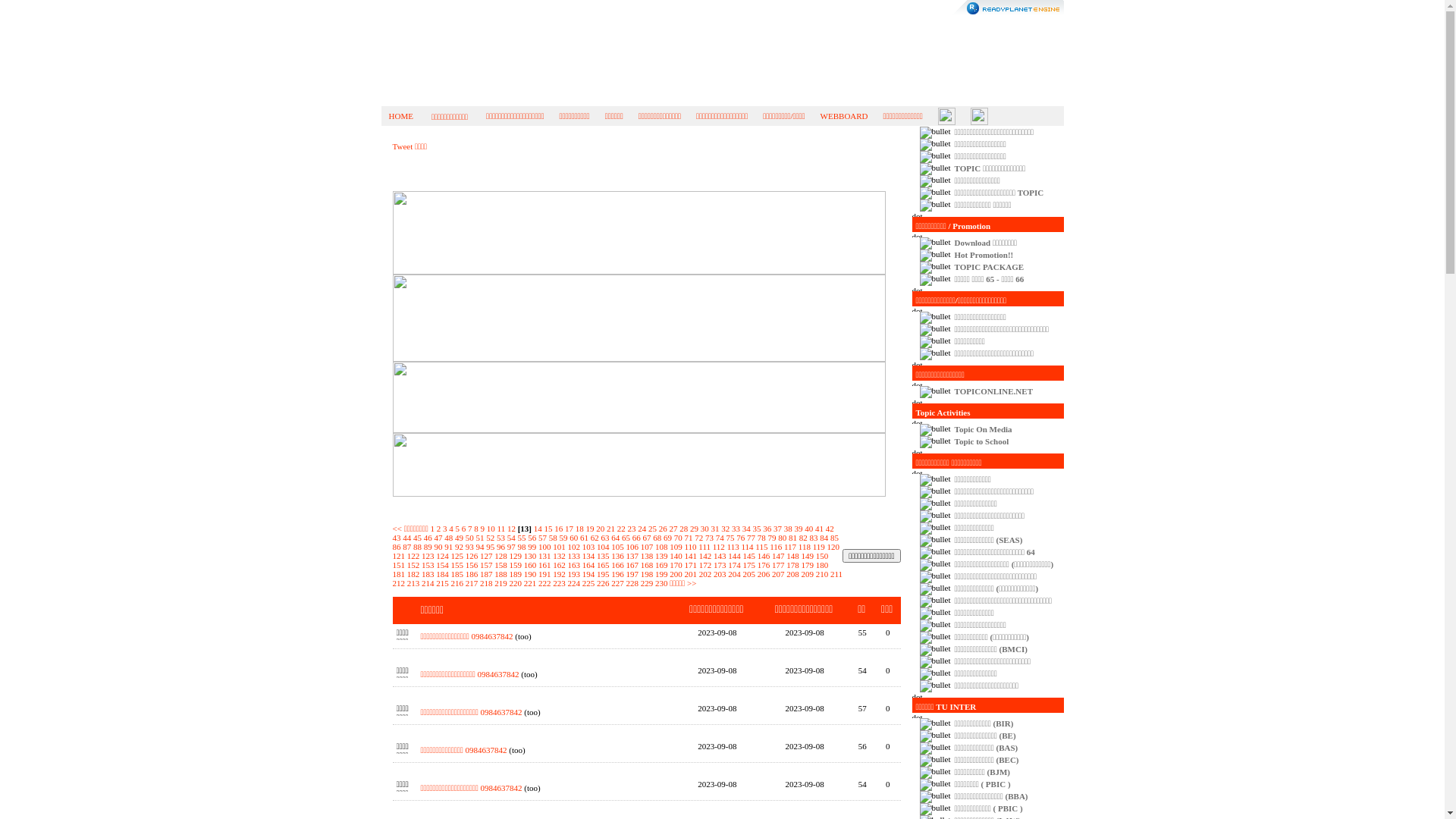 Image resolution: width=1456 pixels, height=819 pixels. Describe the element at coordinates (573, 582) in the screenshot. I see `'224'` at that location.